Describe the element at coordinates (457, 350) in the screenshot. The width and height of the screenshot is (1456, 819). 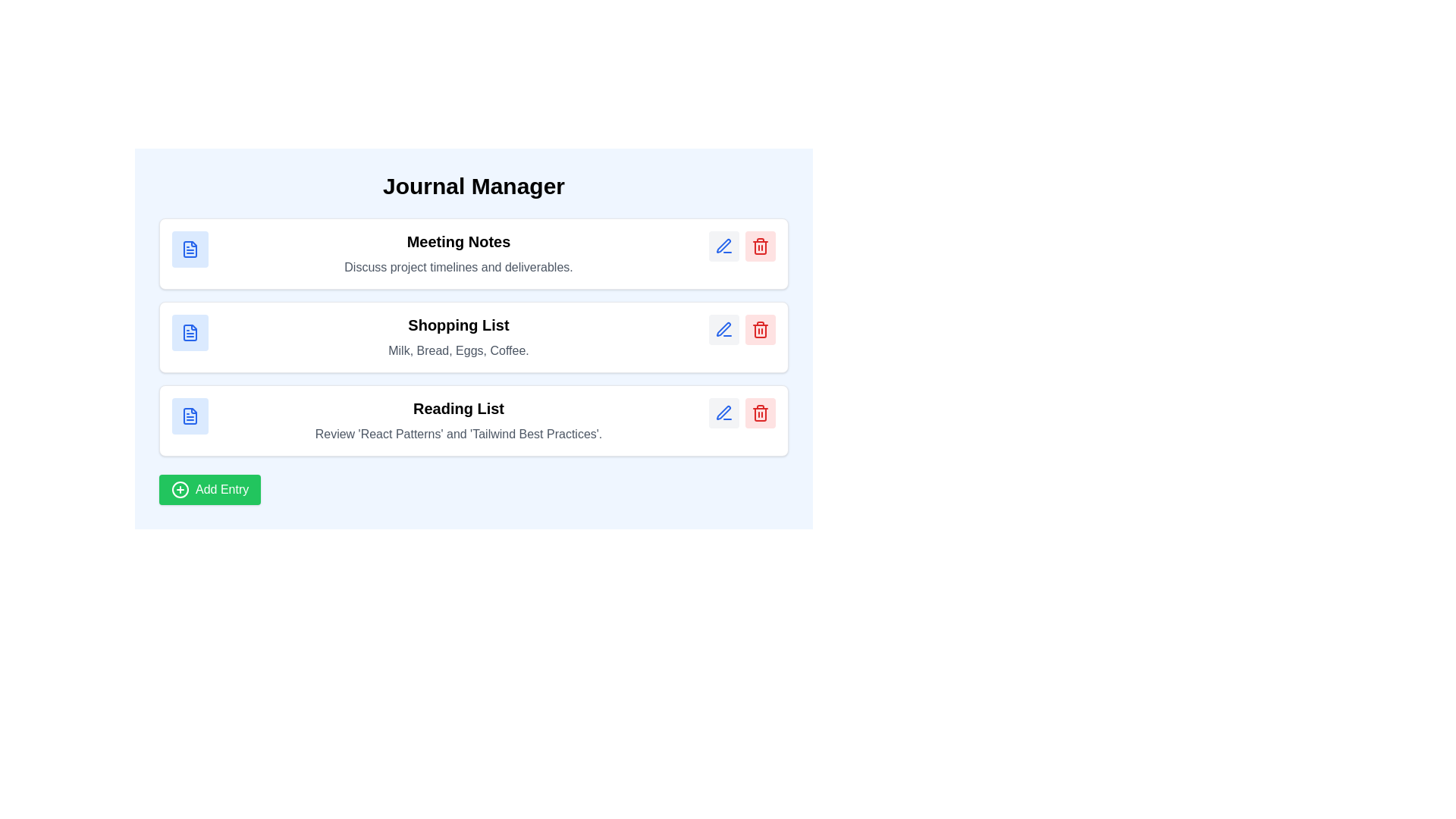
I see `the text field element that lists items in the 'Shopping List', positioned below the title 'Shopping List', and aligned with the entry's edit and delete buttons` at that location.